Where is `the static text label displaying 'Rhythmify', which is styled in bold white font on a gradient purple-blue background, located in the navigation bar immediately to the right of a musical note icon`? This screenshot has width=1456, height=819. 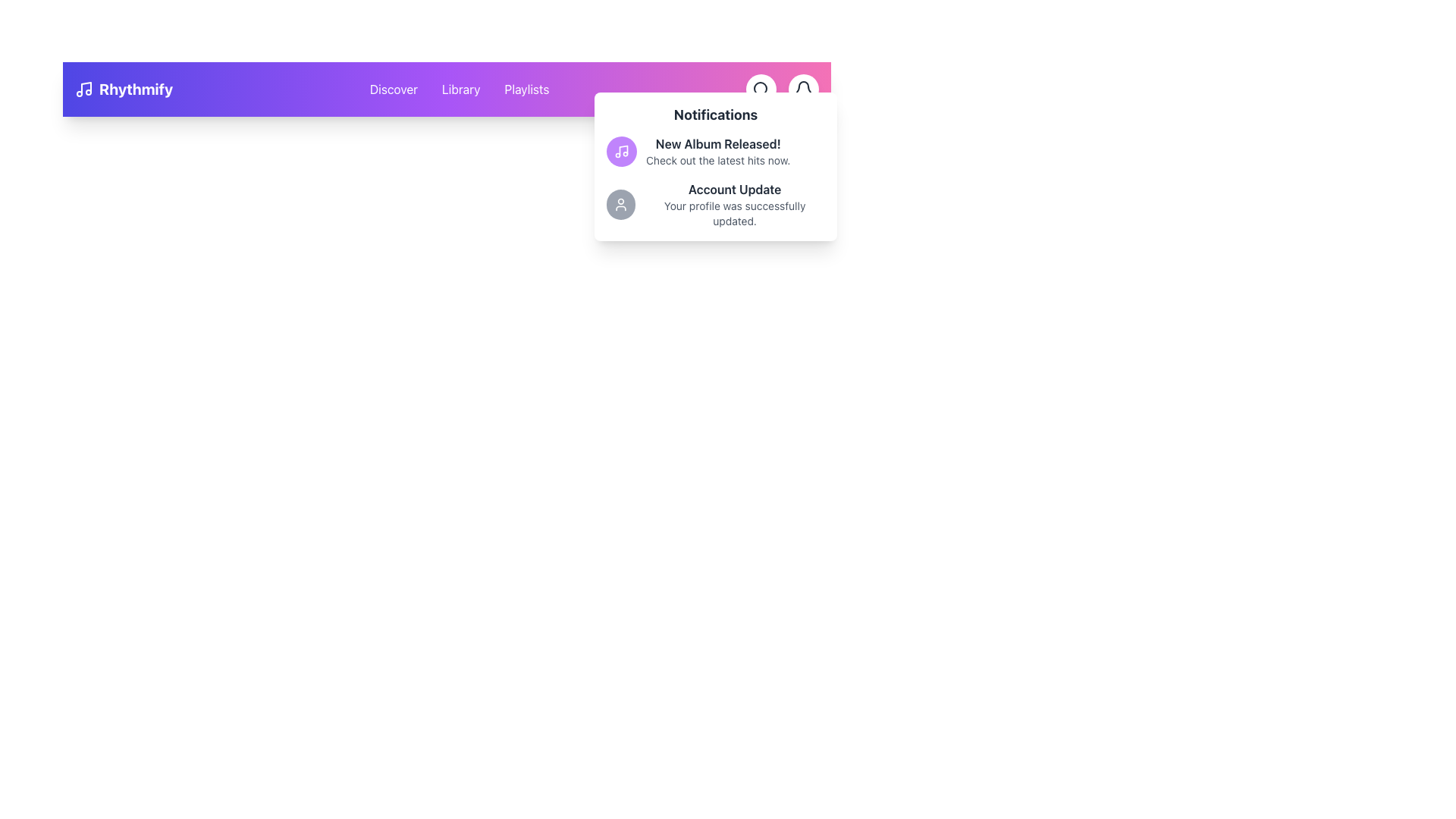
the static text label displaying 'Rhythmify', which is styled in bold white font on a gradient purple-blue background, located in the navigation bar immediately to the right of a musical note icon is located at coordinates (136, 89).